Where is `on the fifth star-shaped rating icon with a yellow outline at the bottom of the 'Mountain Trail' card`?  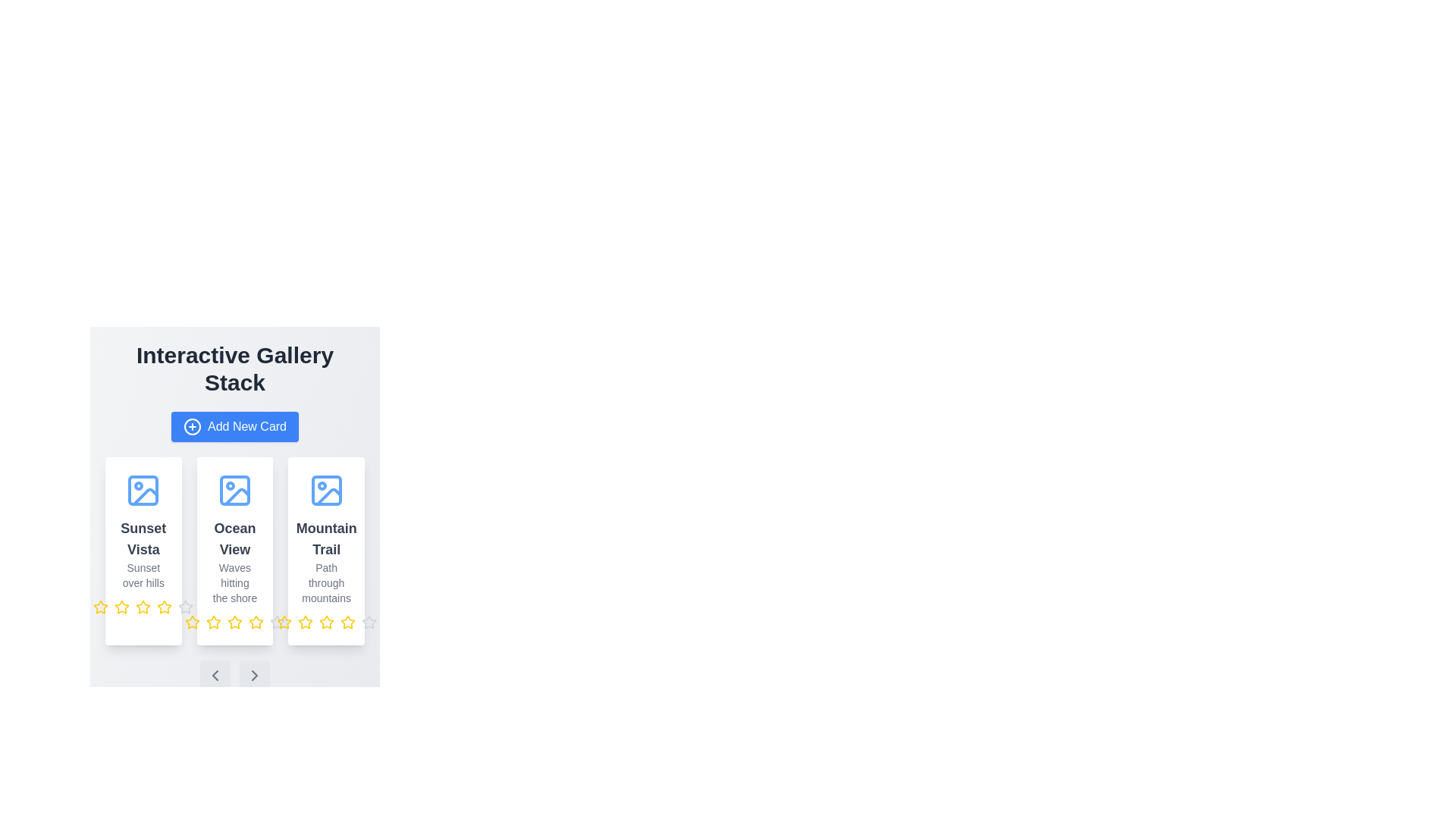
on the fifth star-shaped rating icon with a yellow outline at the bottom of the 'Mountain Trail' card is located at coordinates (325, 622).